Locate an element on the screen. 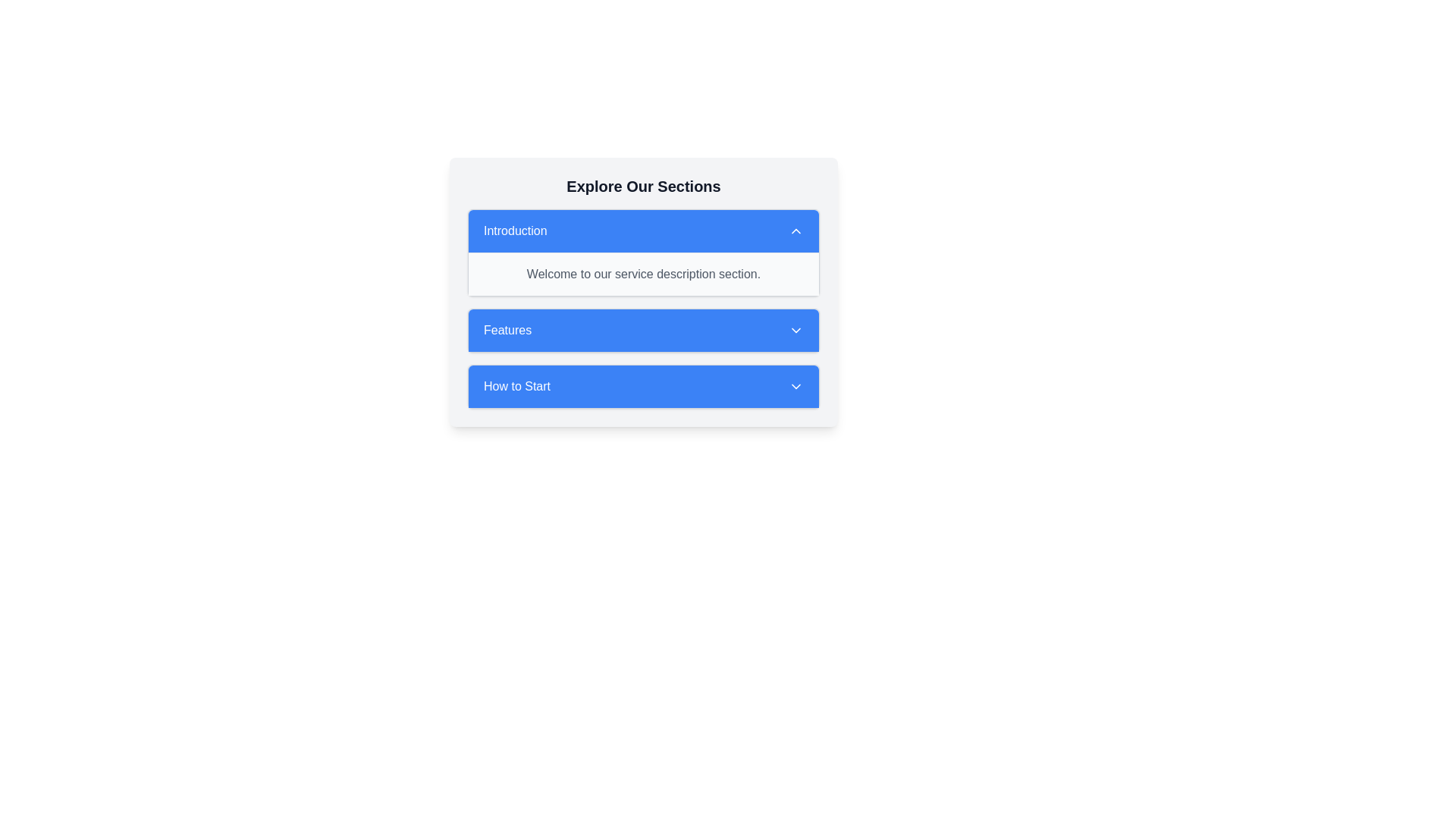 This screenshot has width=1456, height=819. the text label 'How to Start' which is styled with a medium-weight font and white color against a blue background, located in the header of the collapsible section is located at coordinates (516, 385).